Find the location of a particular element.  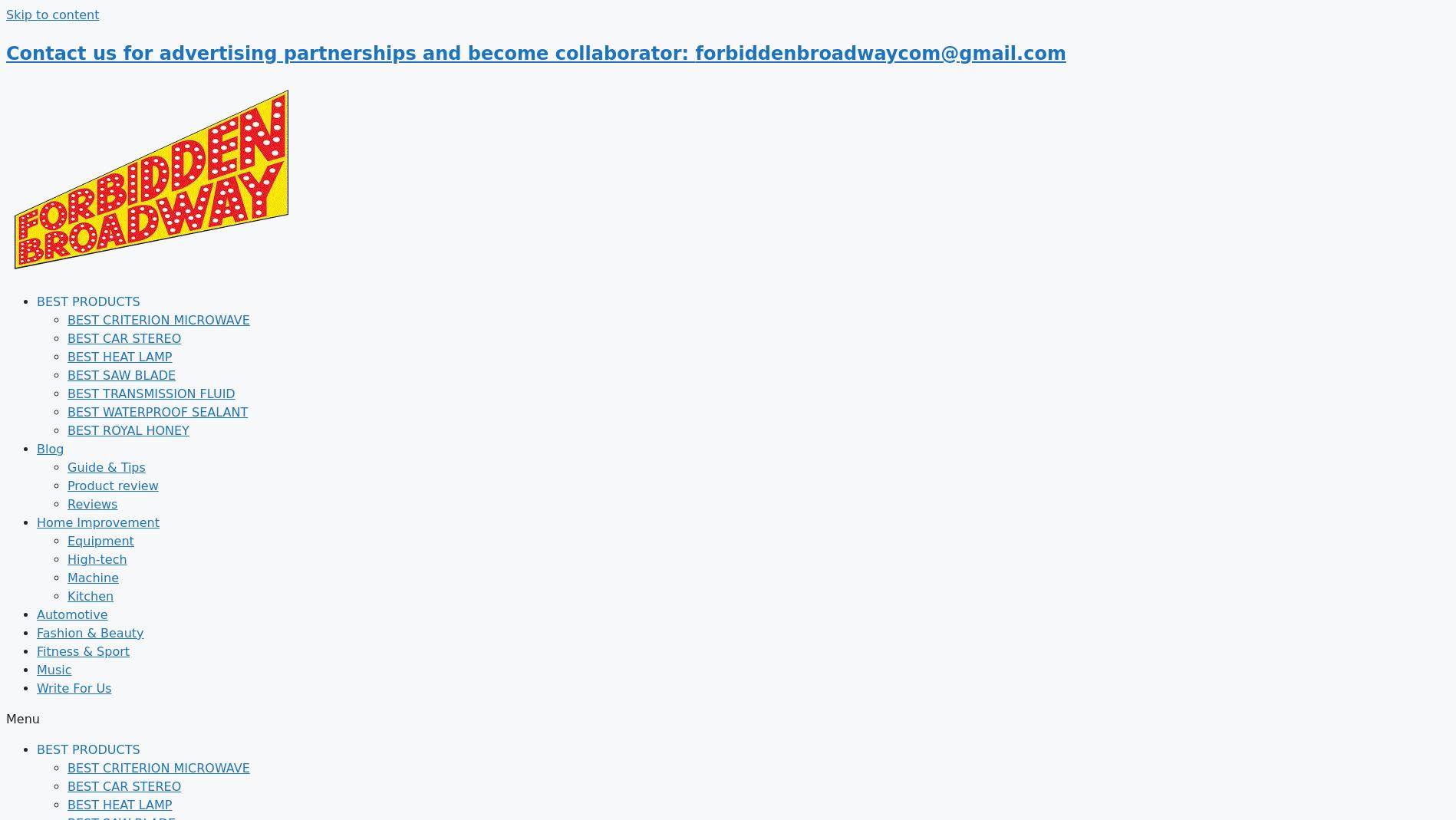

'BEST WATERPROOF SEALANT' is located at coordinates (156, 411).